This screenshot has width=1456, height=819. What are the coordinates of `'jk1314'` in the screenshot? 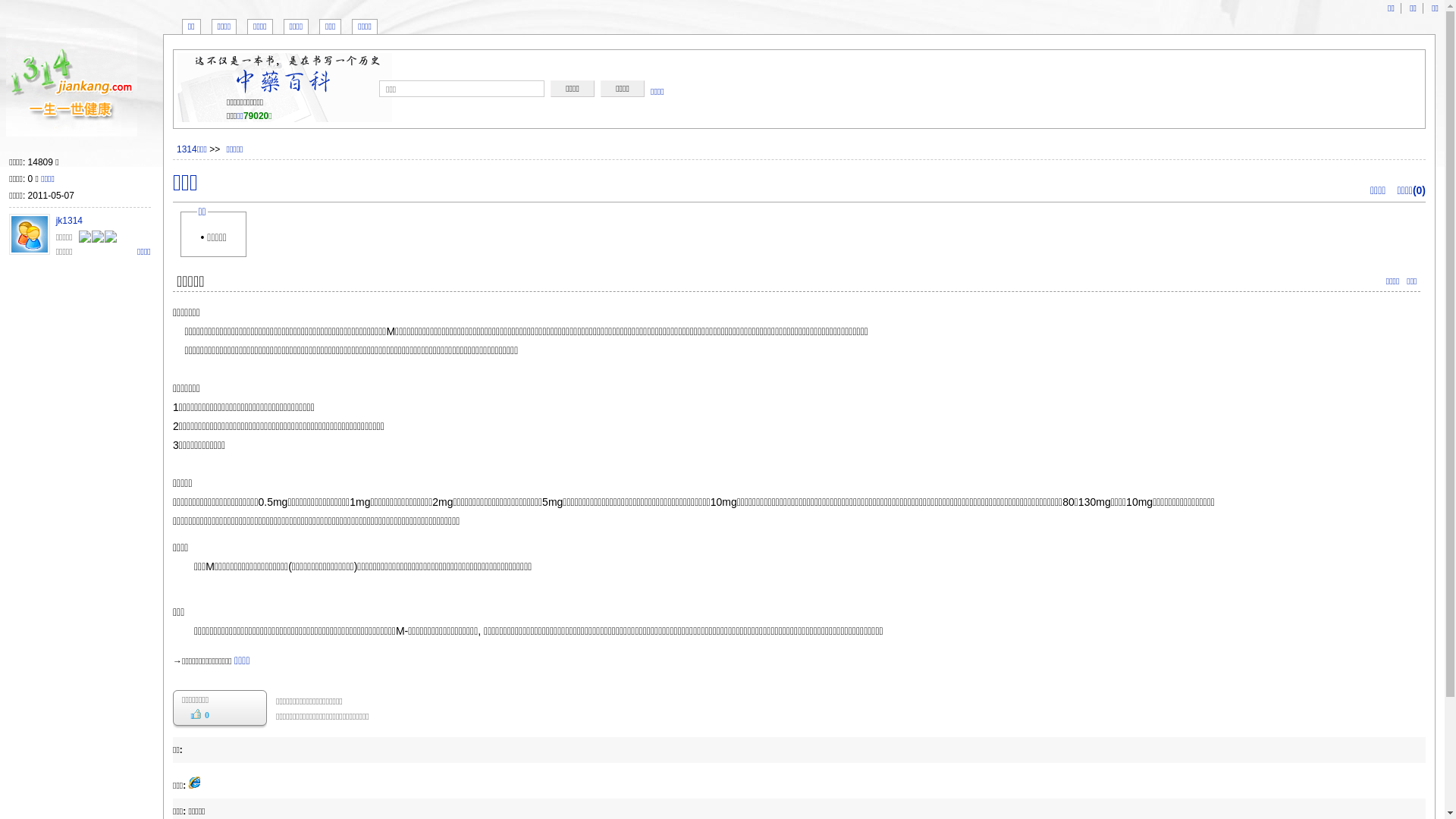 It's located at (68, 221).